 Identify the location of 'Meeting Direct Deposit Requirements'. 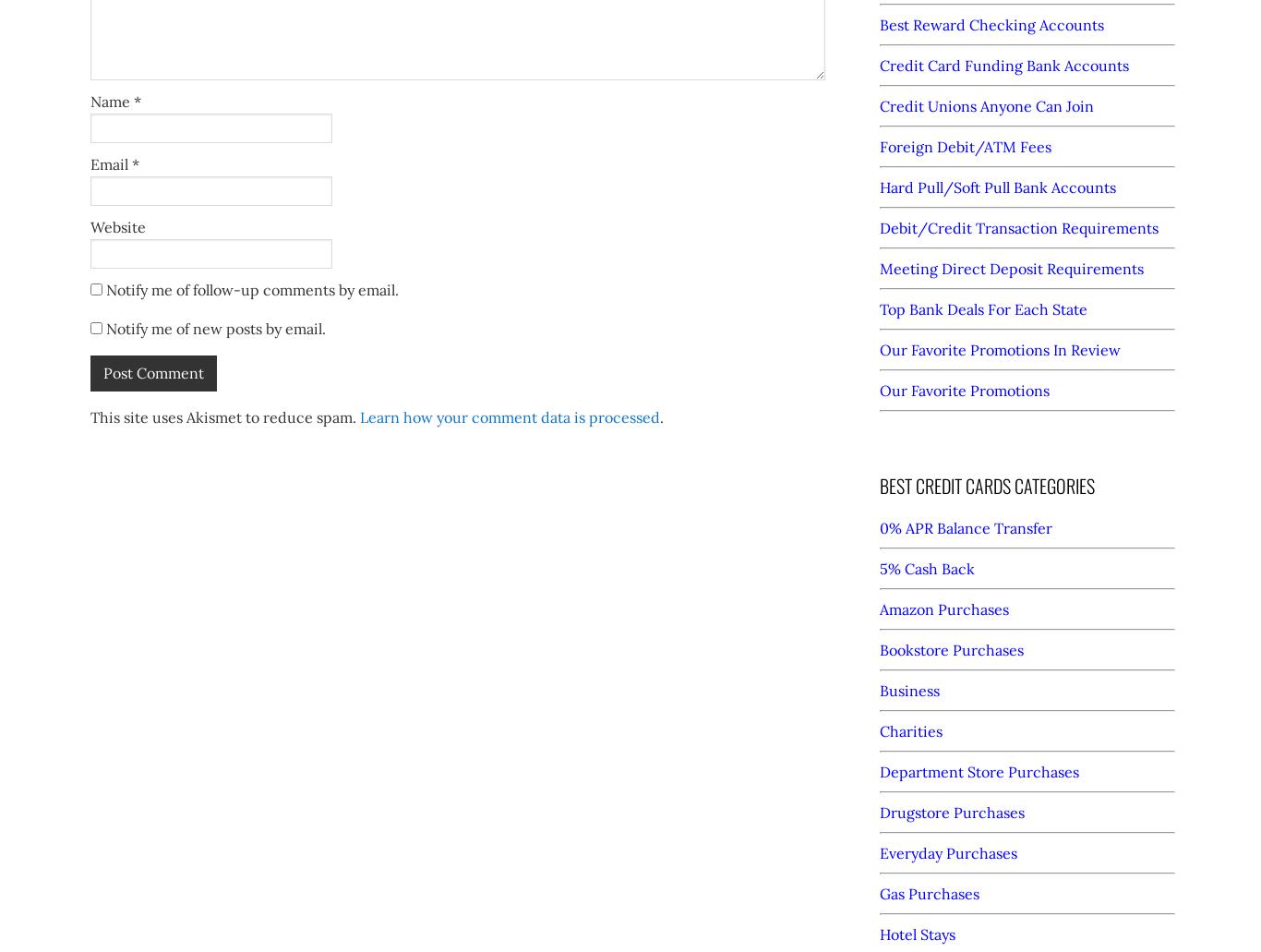
(1010, 269).